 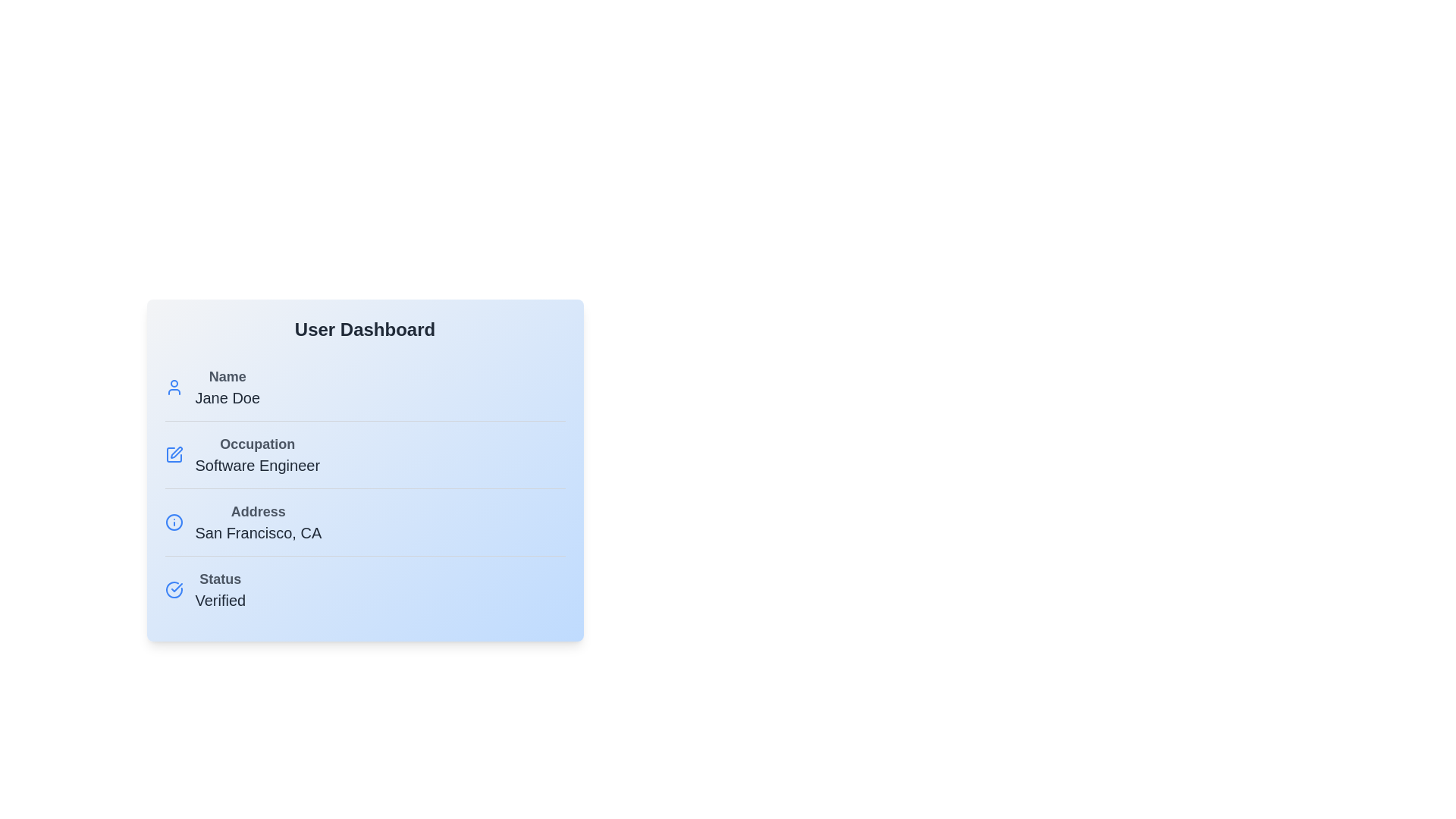 What do you see at coordinates (219, 579) in the screenshot?
I see `the Text label that serves as a heading for the 'Verified' status information, located at the bottom portion of the user card layout` at bounding box center [219, 579].